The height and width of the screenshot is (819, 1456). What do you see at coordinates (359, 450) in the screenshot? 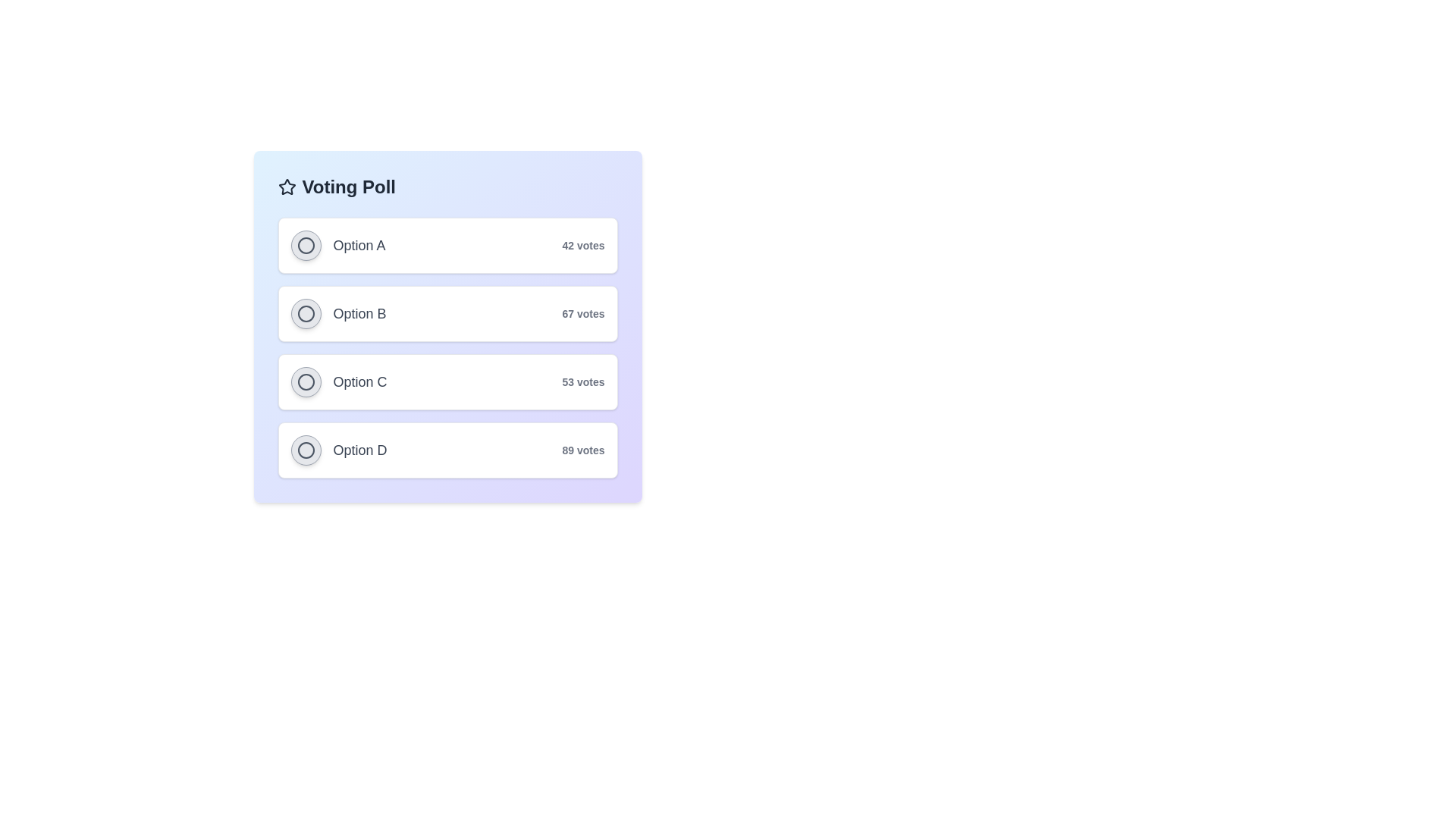
I see `the text label for the fourth option in the 'Voting Poll', which is positioned to the right of an empty circle indicating a selection option` at bounding box center [359, 450].